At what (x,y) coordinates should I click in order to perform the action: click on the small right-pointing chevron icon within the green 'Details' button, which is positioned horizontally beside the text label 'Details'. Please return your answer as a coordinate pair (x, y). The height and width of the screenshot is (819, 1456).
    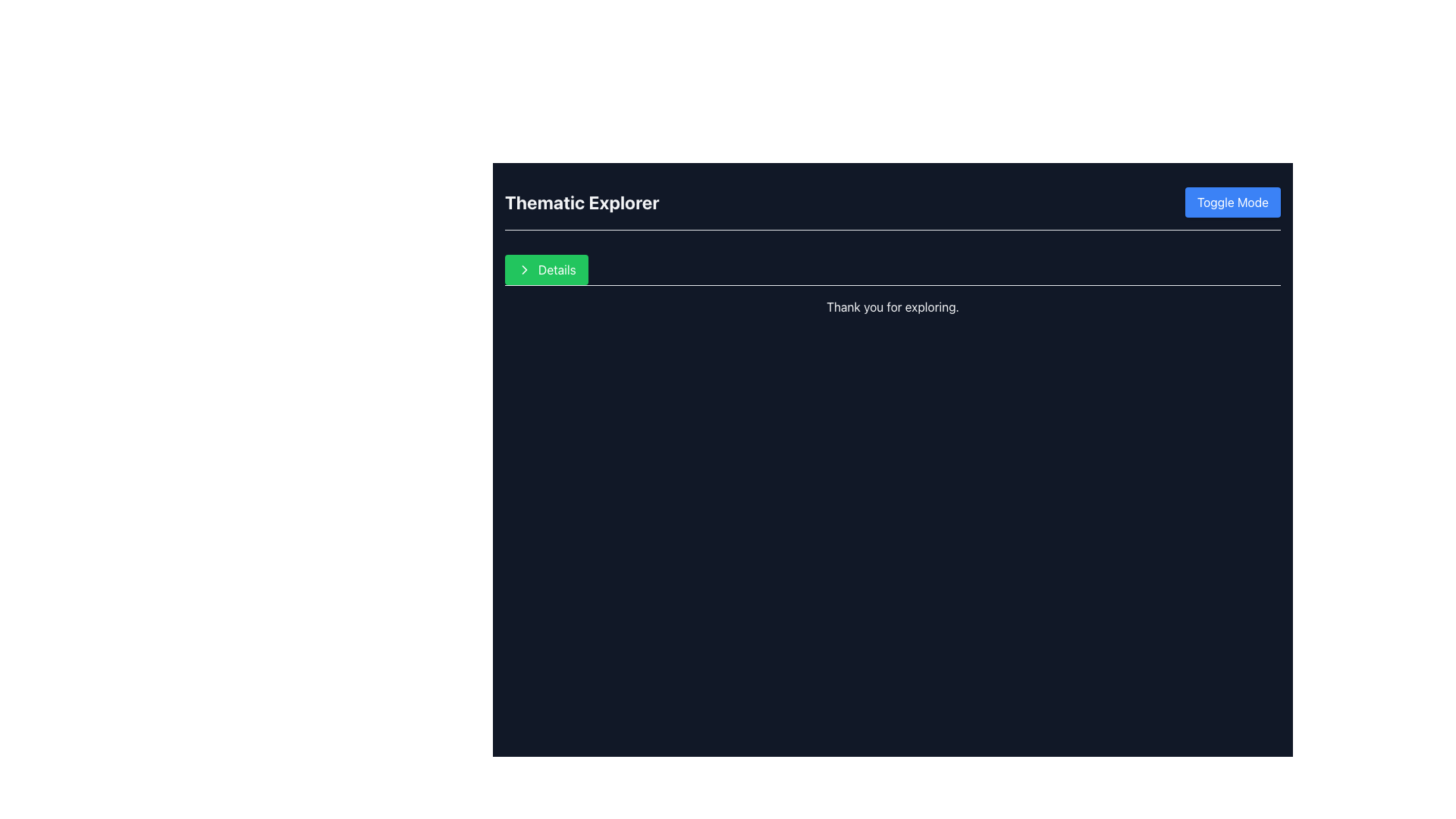
    Looking at the image, I should click on (524, 268).